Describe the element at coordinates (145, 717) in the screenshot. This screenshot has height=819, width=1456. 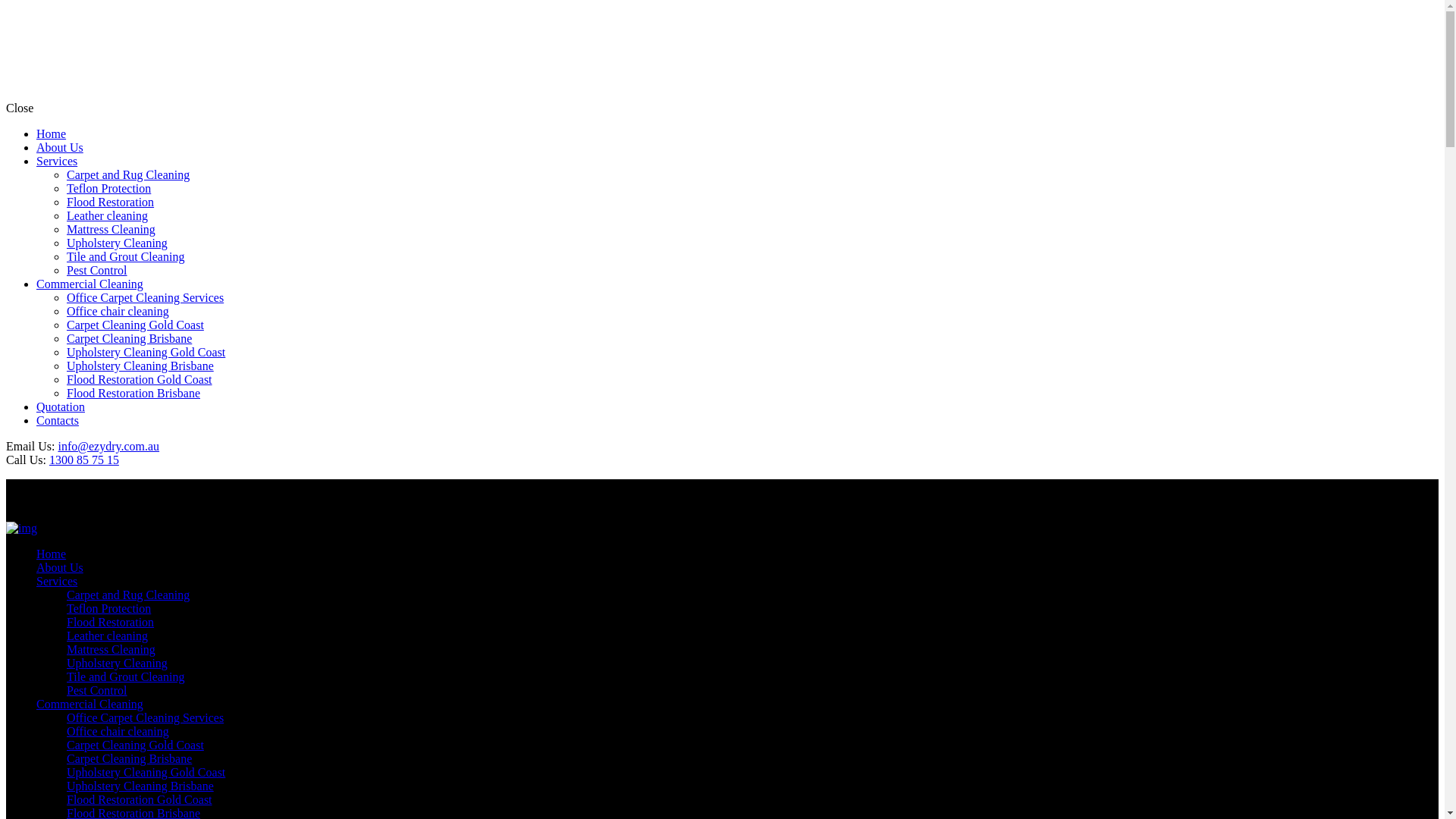
I see `'Office Carpet Cleaning Services'` at that location.